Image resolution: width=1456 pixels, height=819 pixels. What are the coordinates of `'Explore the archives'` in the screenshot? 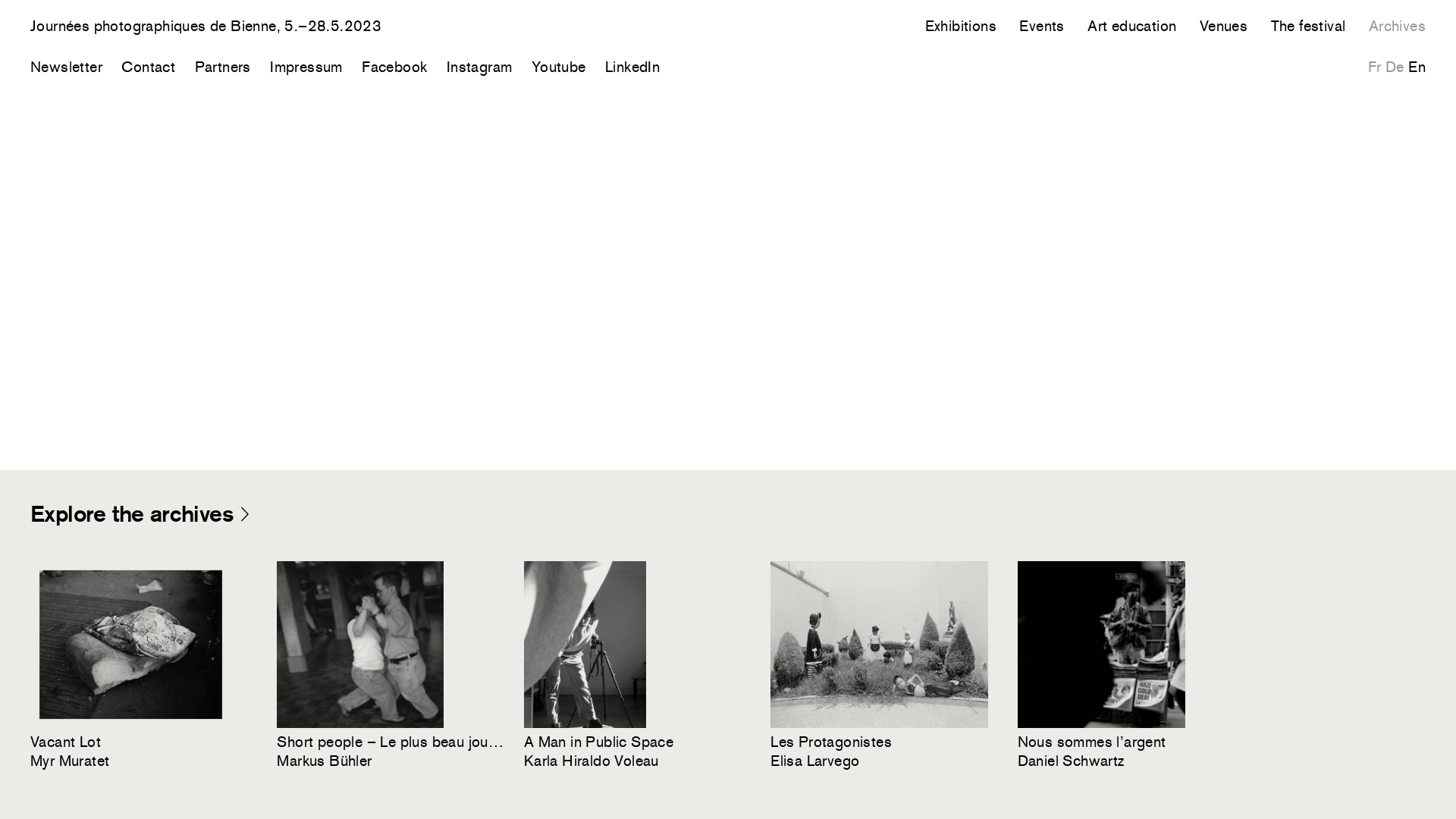 It's located at (140, 513).